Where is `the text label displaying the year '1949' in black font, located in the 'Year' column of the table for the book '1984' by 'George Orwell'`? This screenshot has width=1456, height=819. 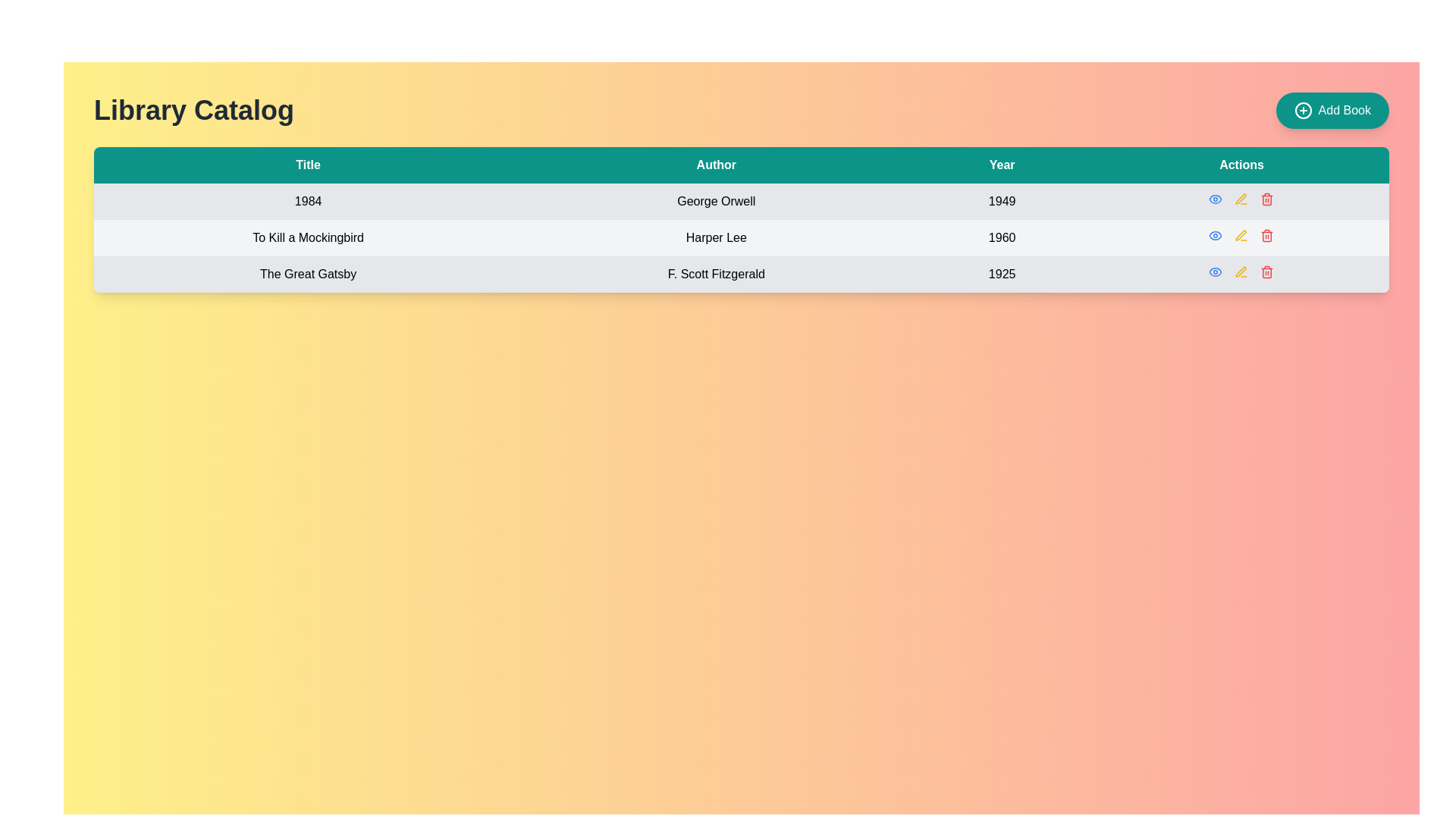 the text label displaying the year '1949' in black font, located in the 'Year' column of the table for the book '1984' by 'George Orwell' is located at coordinates (1002, 201).